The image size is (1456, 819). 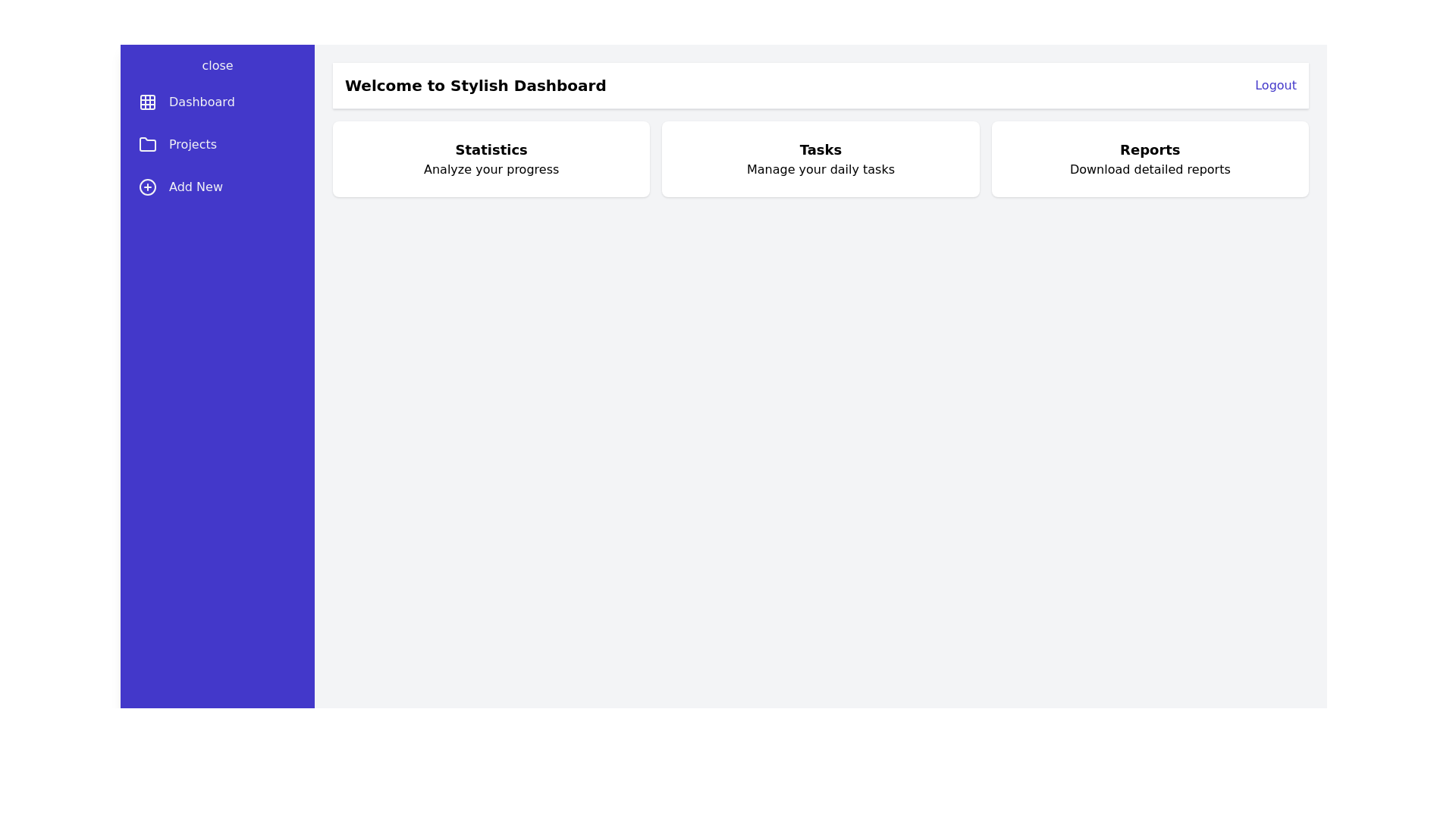 I want to click on the 'Add New' button, so click(x=217, y=186).